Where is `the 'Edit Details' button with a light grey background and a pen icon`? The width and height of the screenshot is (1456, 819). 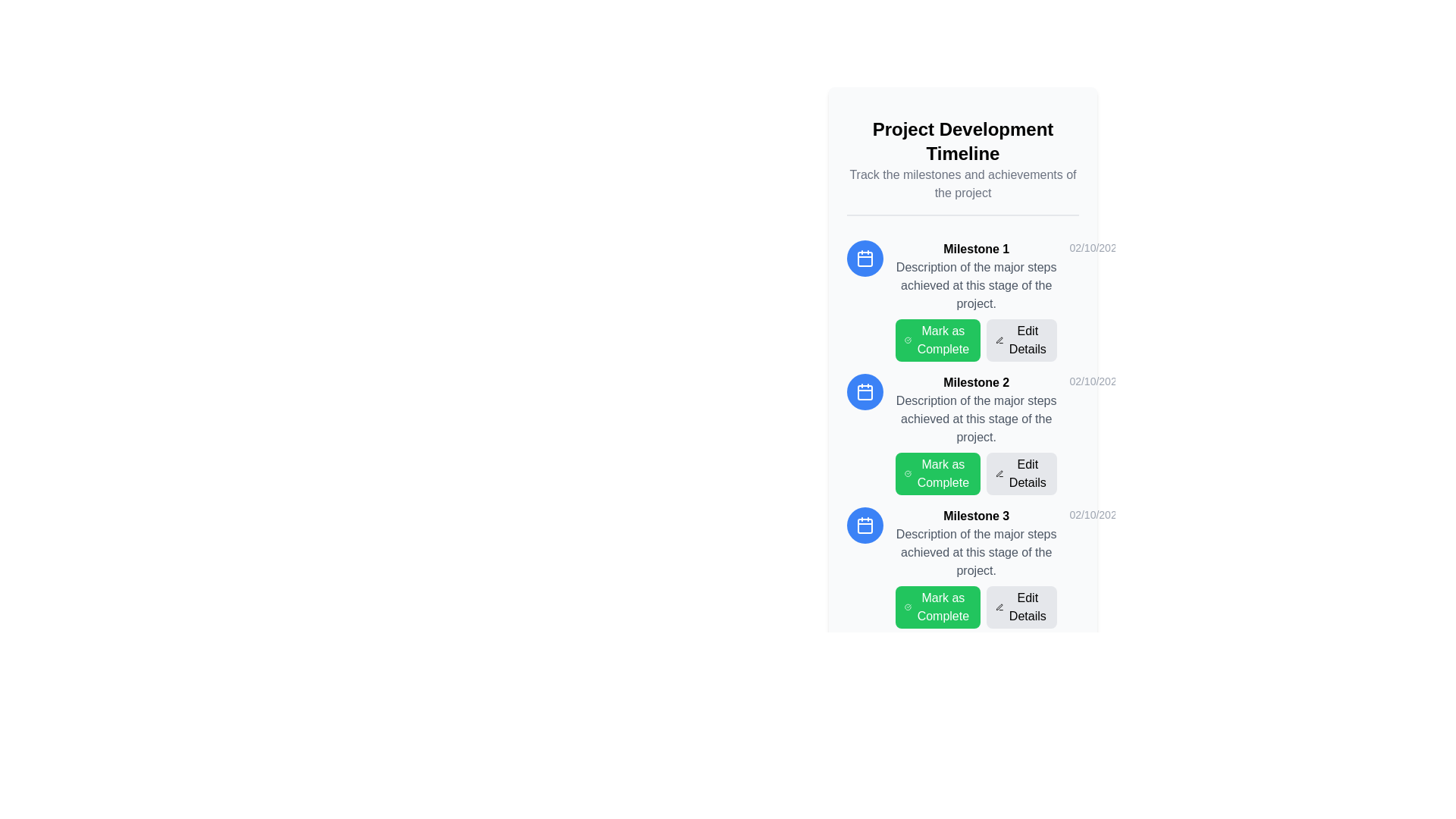
the 'Edit Details' button with a light grey background and a pen icon is located at coordinates (1022, 607).